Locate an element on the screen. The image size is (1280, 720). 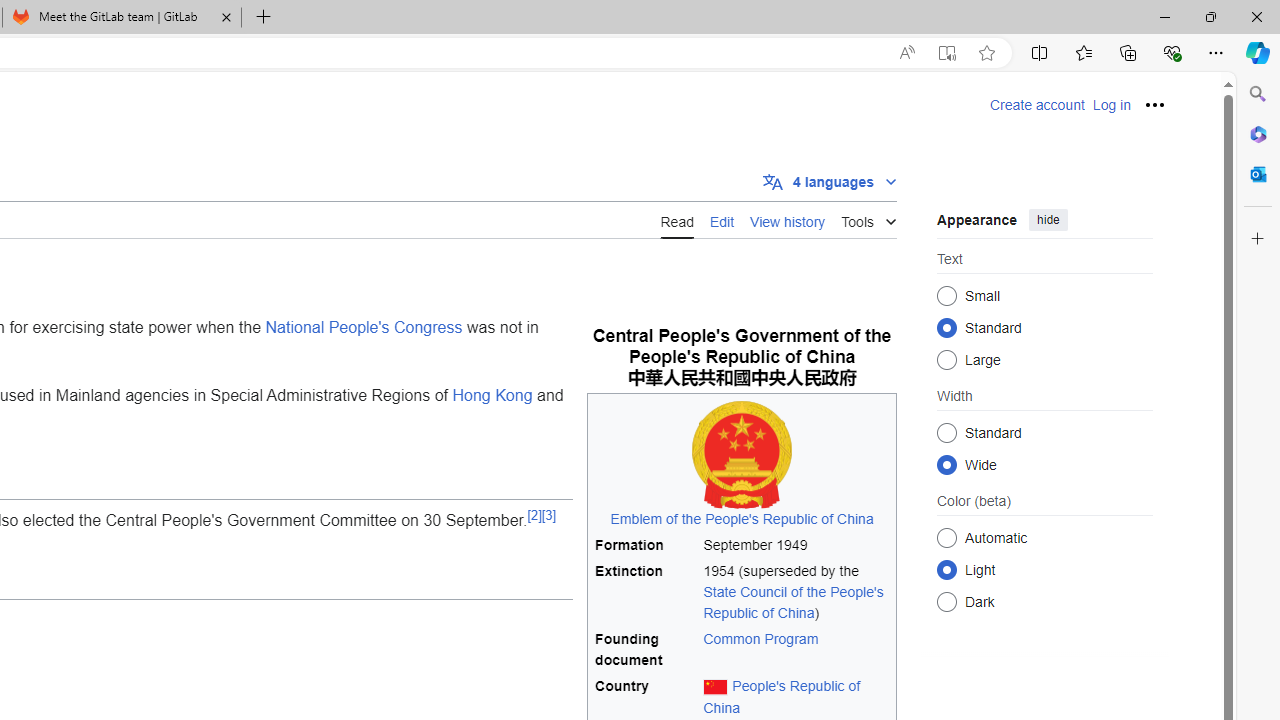
'Log in' is located at coordinates (1110, 105).